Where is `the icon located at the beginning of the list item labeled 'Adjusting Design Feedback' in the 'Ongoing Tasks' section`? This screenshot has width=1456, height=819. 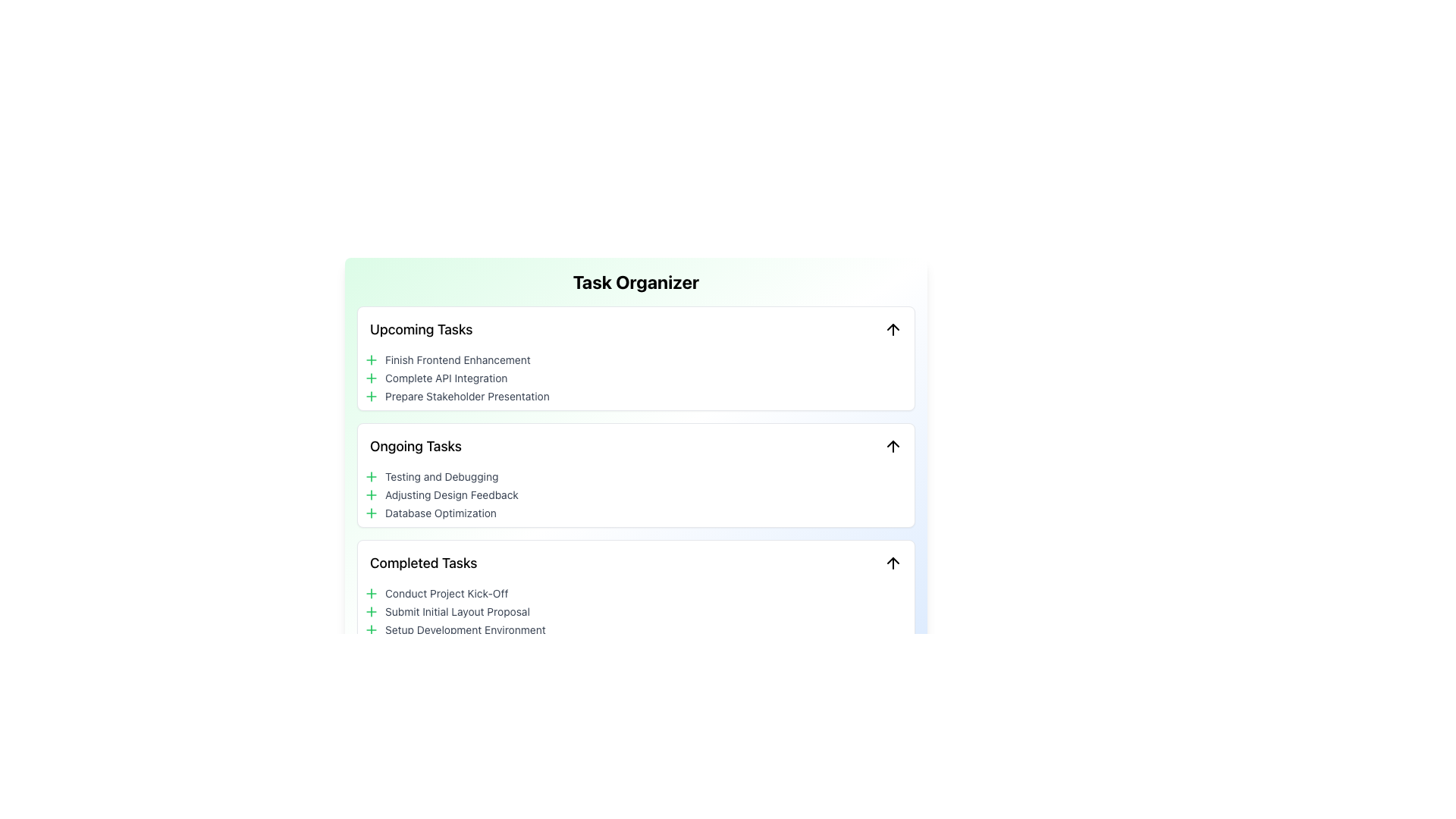
the icon located at the beginning of the list item labeled 'Adjusting Design Feedback' in the 'Ongoing Tasks' section is located at coordinates (371, 494).